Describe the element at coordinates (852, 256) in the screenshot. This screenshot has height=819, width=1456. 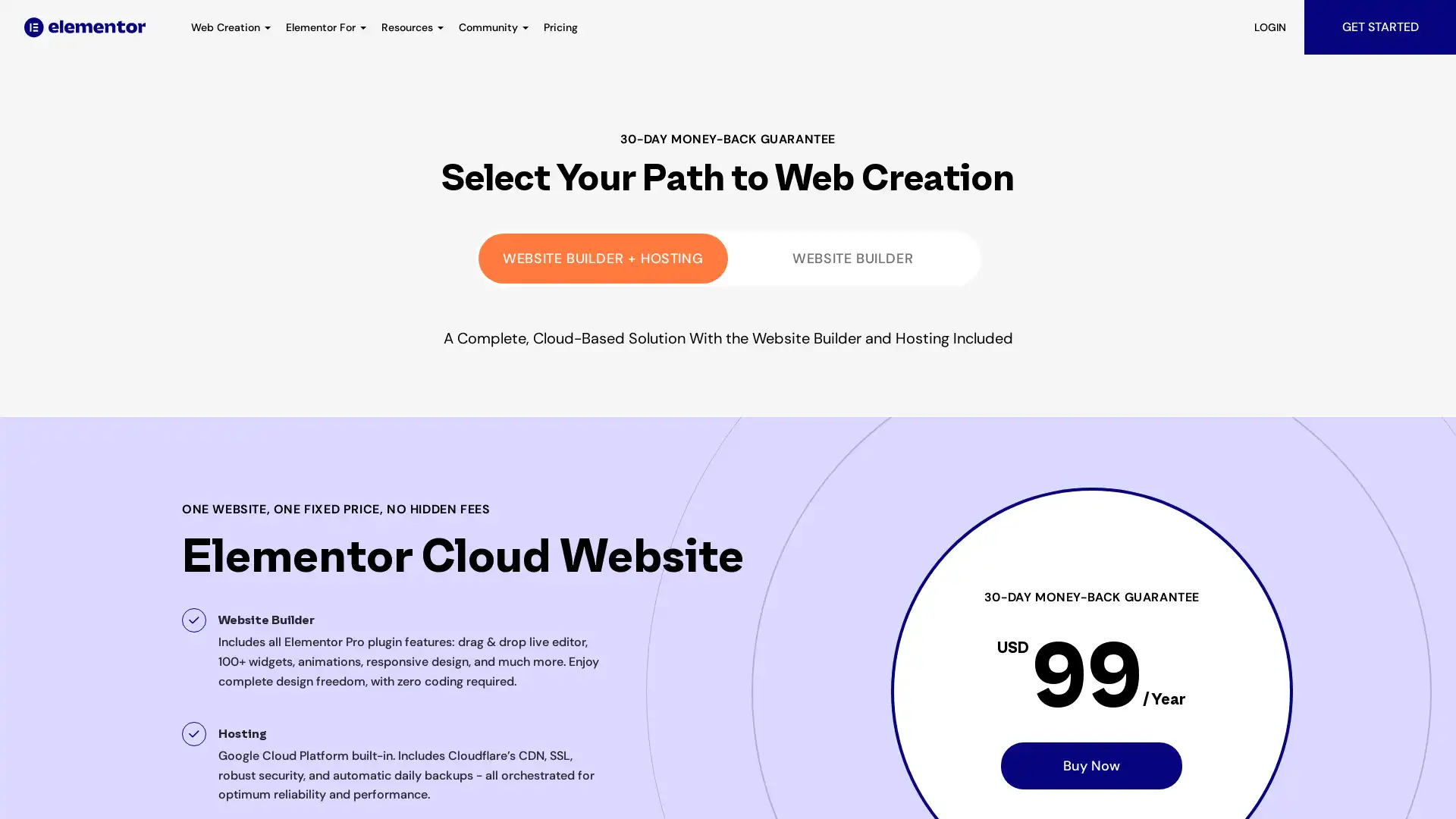
I see `Get the Elementor plugin` at that location.